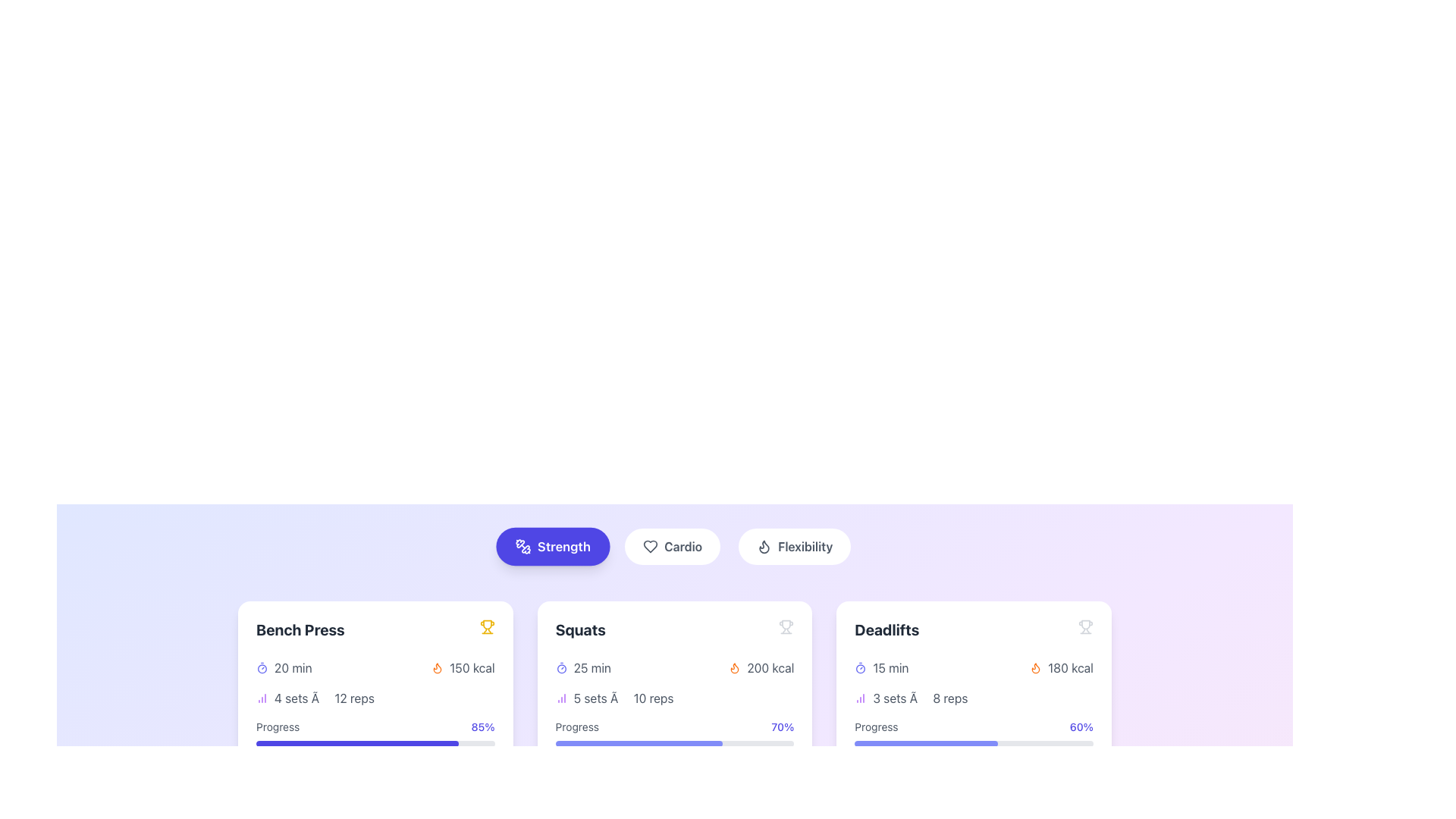 The width and height of the screenshot is (1456, 819). What do you see at coordinates (735, 667) in the screenshot?
I see `the flame-shaped icon with an orange fill located in the top-right corner of the 'Squats' card, adjacent to the '200 kcal' text` at bounding box center [735, 667].